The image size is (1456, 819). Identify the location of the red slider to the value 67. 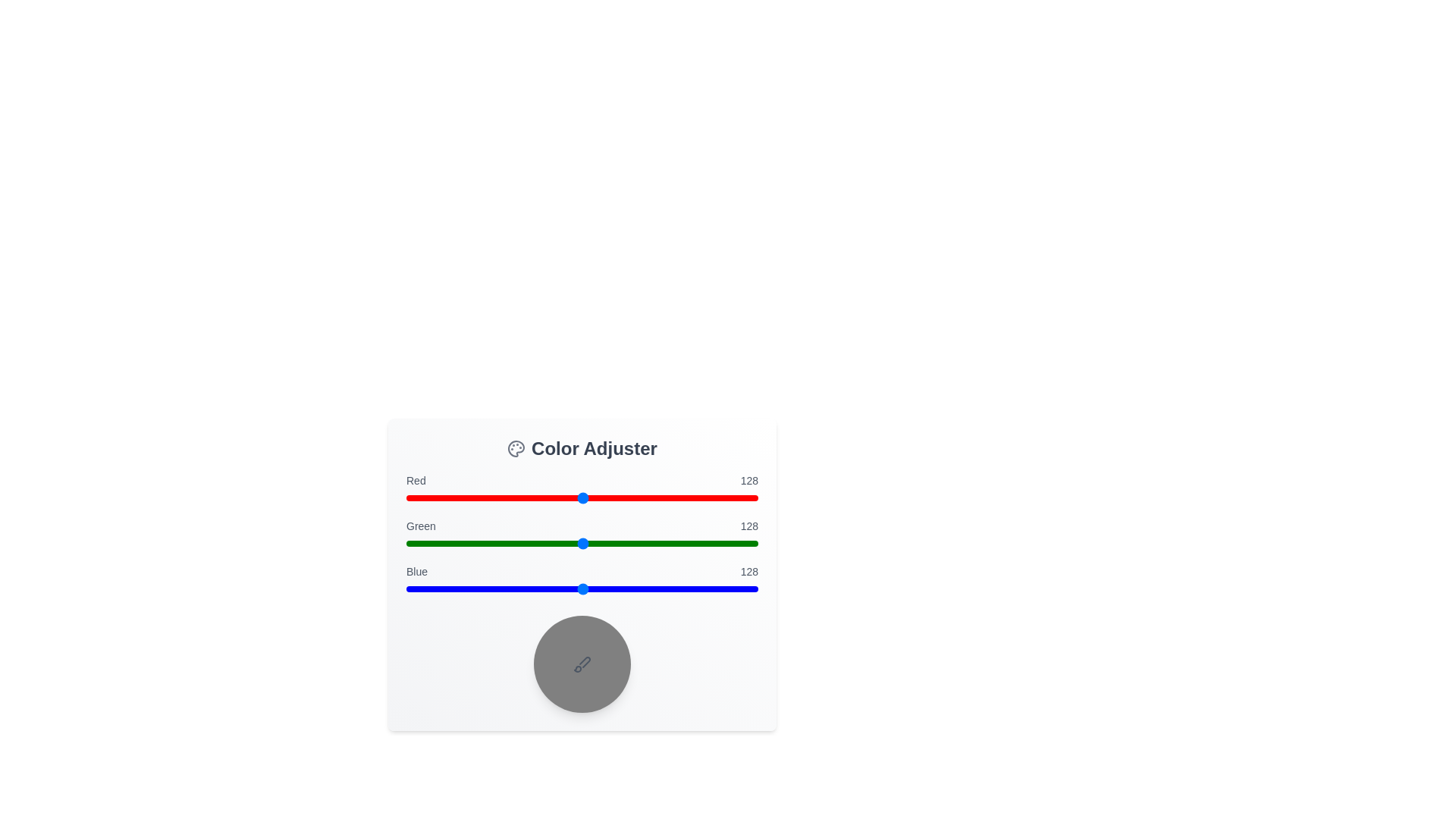
(498, 497).